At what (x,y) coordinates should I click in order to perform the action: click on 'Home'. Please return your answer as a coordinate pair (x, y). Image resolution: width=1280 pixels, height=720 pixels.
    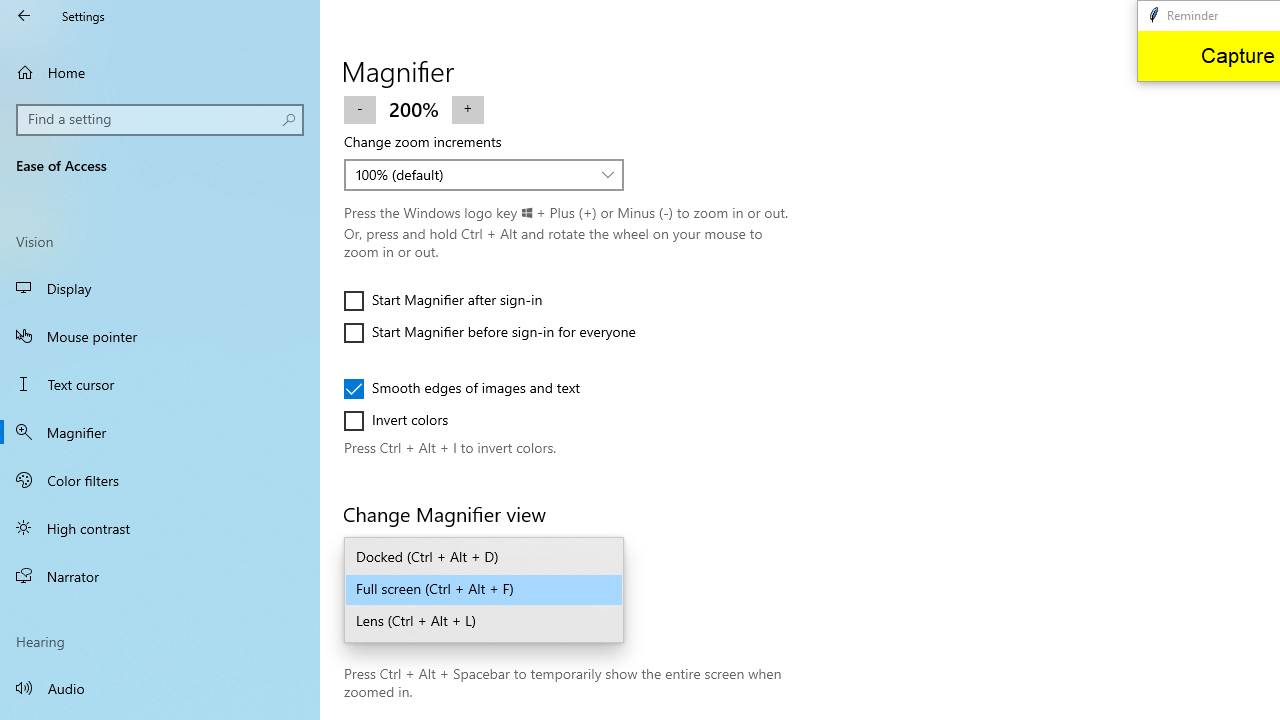
    Looking at the image, I should click on (160, 71).